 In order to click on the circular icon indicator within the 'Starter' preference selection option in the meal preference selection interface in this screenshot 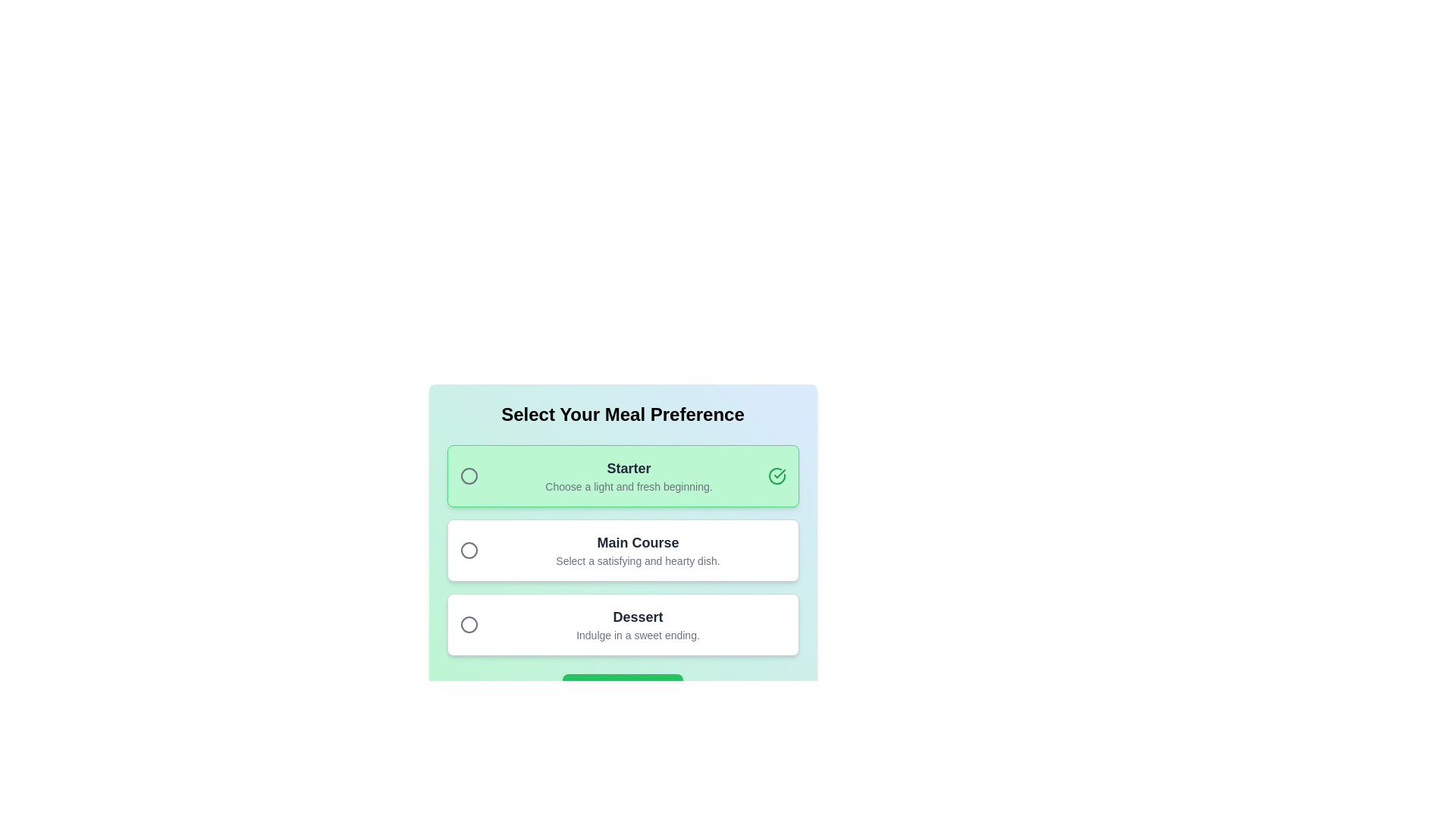, I will do `click(468, 475)`.